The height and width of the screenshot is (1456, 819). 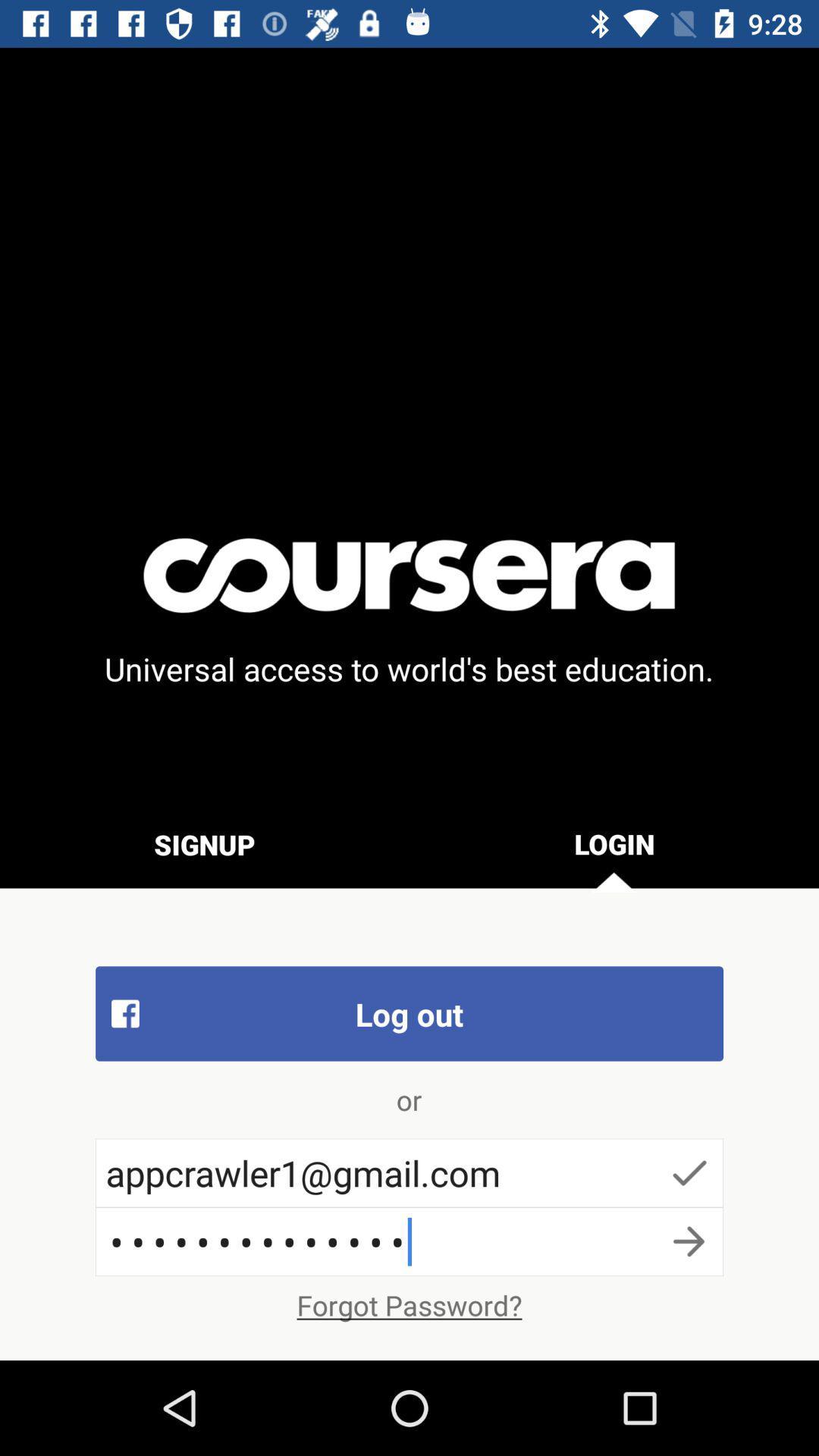 What do you see at coordinates (409, 1304) in the screenshot?
I see `forgot password? icon` at bounding box center [409, 1304].